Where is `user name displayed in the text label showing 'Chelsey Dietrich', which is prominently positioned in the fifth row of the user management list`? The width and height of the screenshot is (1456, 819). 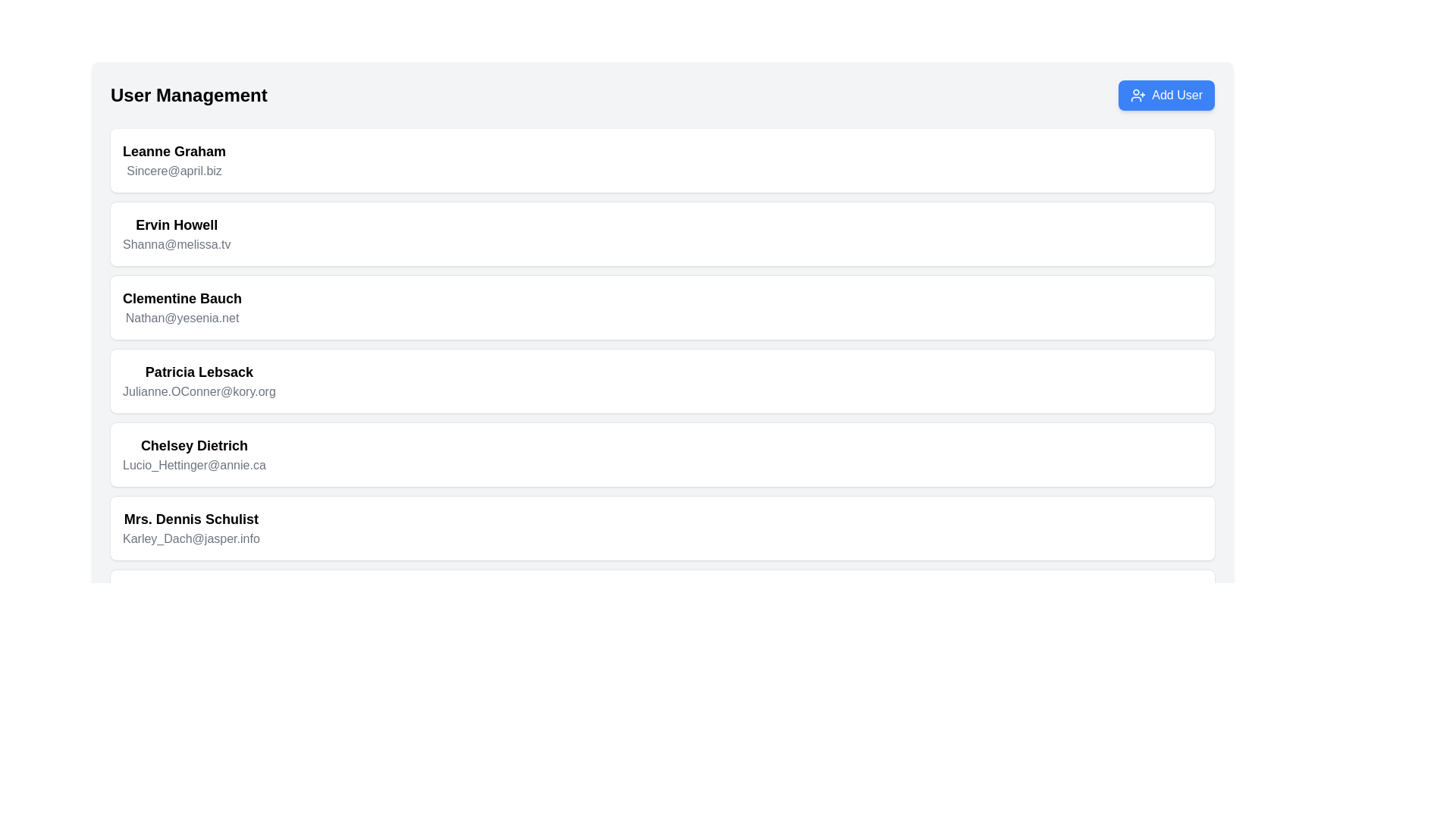 user name displayed in the text label showing 'Chelsey Dietrich', which is prominently positioned in the fifth row of the user management list is located at coordinates (193, 444).